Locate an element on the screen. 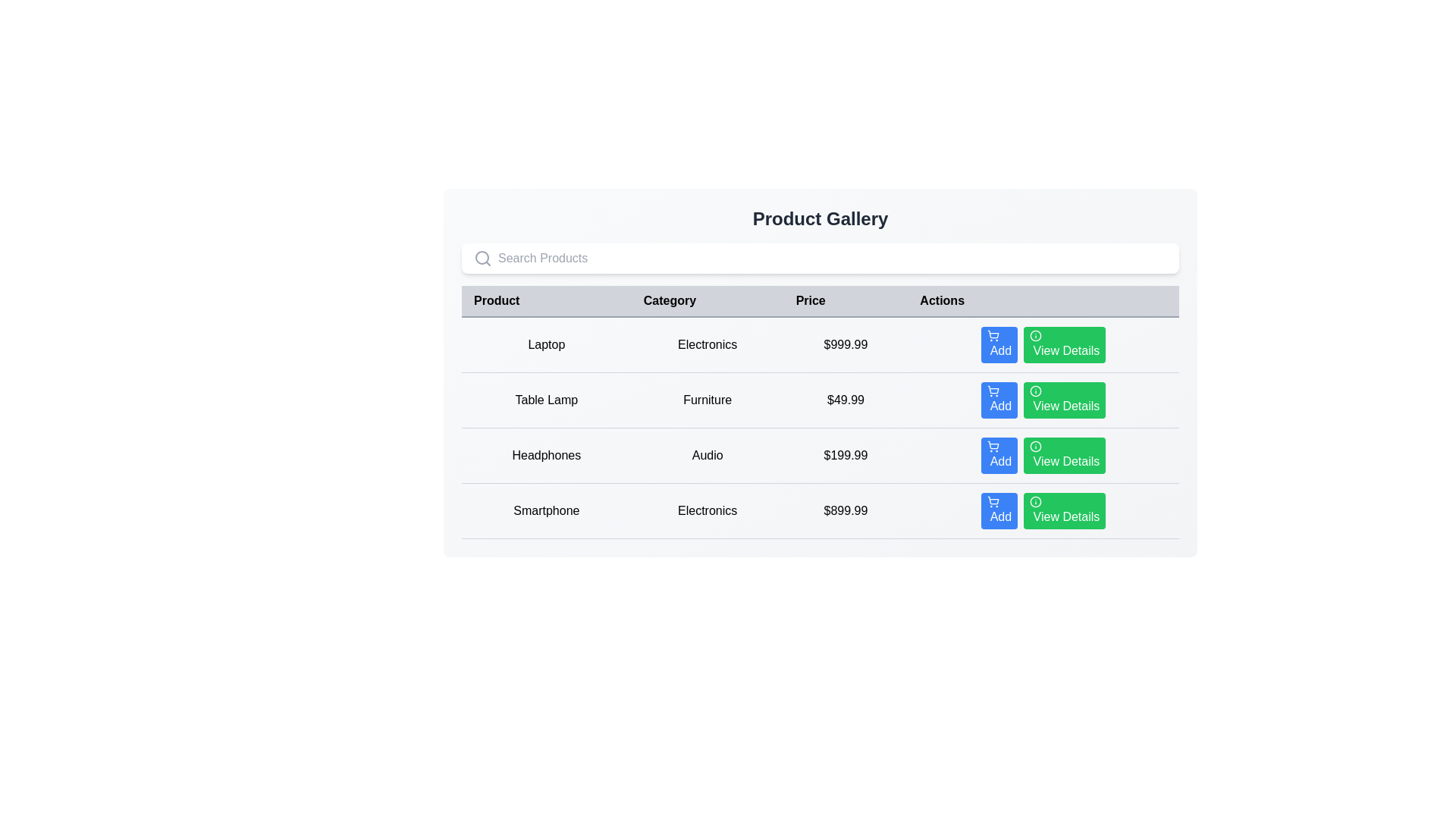  the SVG Circle element that forms the lens of the search icon located near the top-left corner of the interface is located at coordinates (481, 256).